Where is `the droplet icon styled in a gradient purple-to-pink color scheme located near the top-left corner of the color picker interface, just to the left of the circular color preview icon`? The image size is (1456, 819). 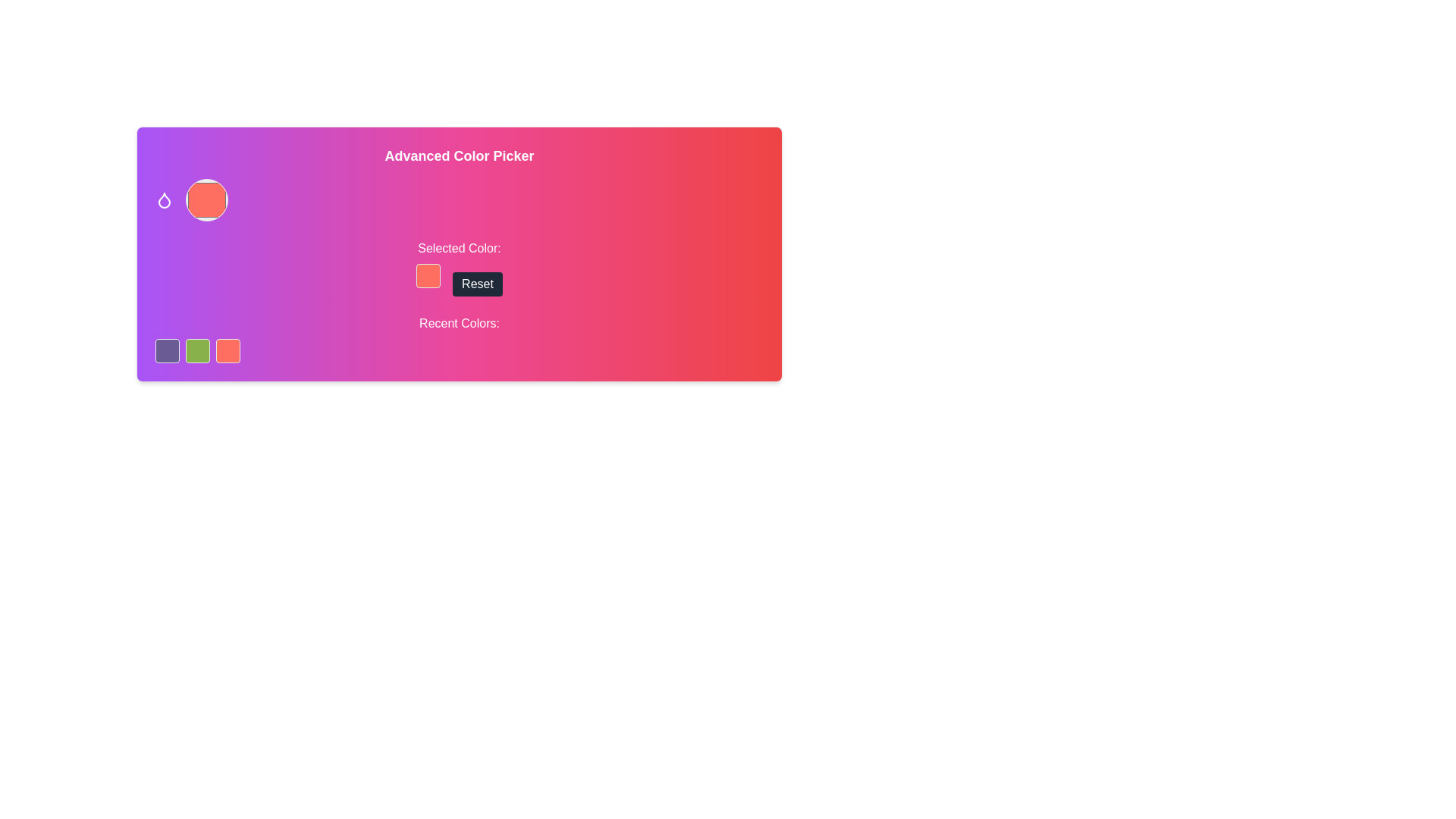 the droplet icon styled in a gradient purple-to-pink color scheme located near the top-left corner of the color picker interface, just to the left of the circular color preview icon is located at coordinates (164, 199).